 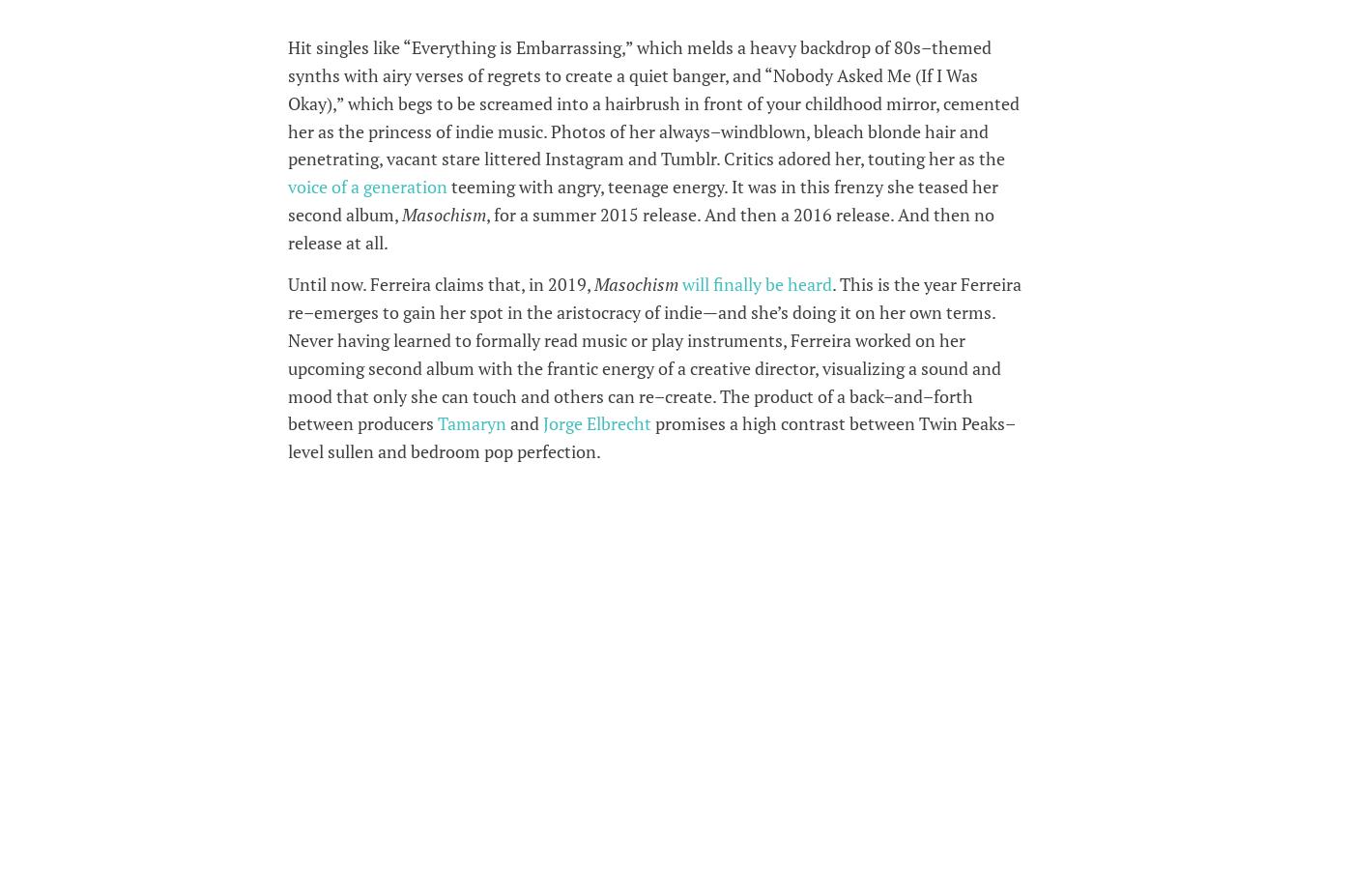 I want to click on 'promises a high contrast between Twin Peaks–level sullen and bedroom pop perfection.', so click(x=286, y=436).